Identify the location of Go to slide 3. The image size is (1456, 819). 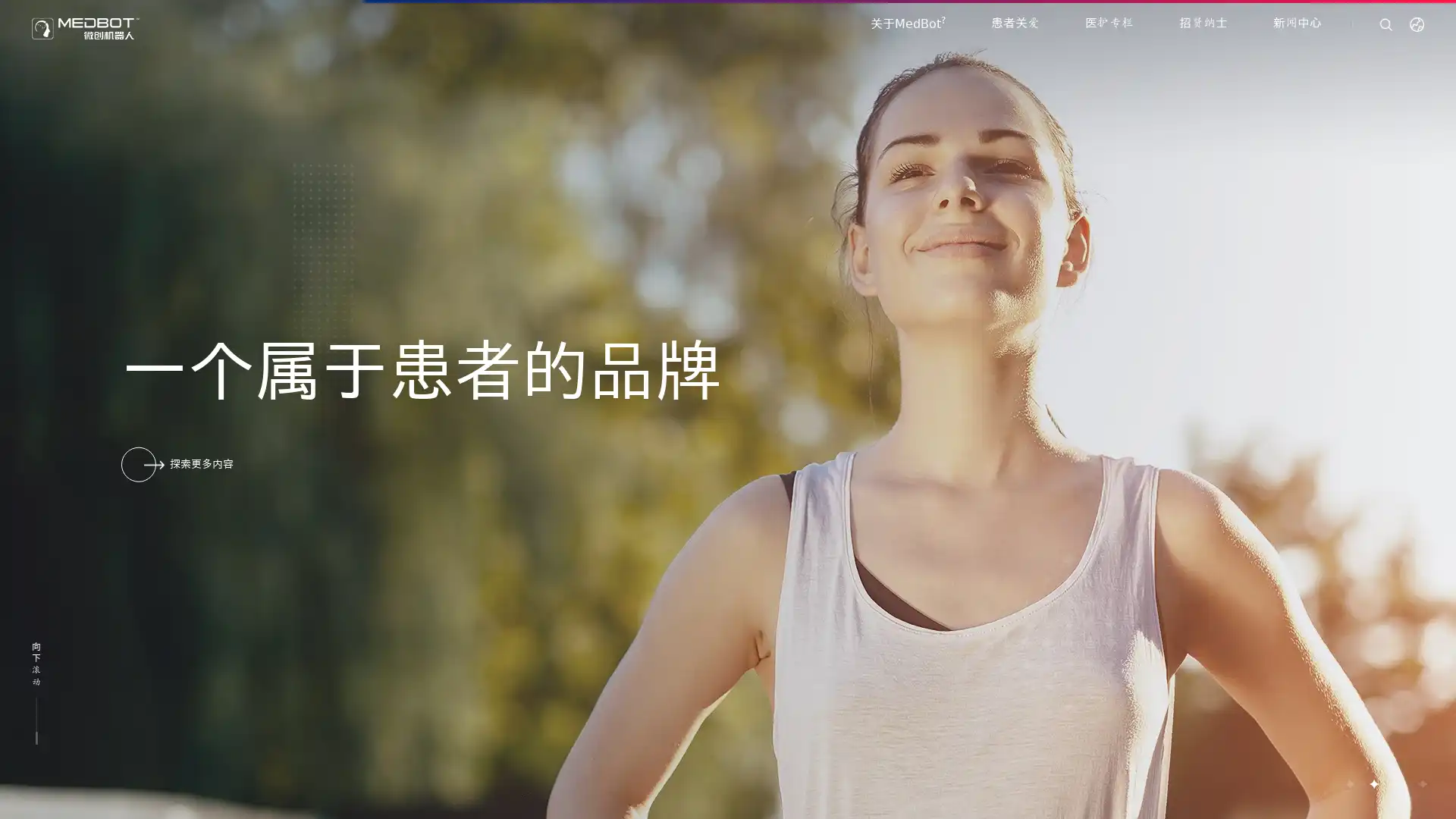
(1397, 783).